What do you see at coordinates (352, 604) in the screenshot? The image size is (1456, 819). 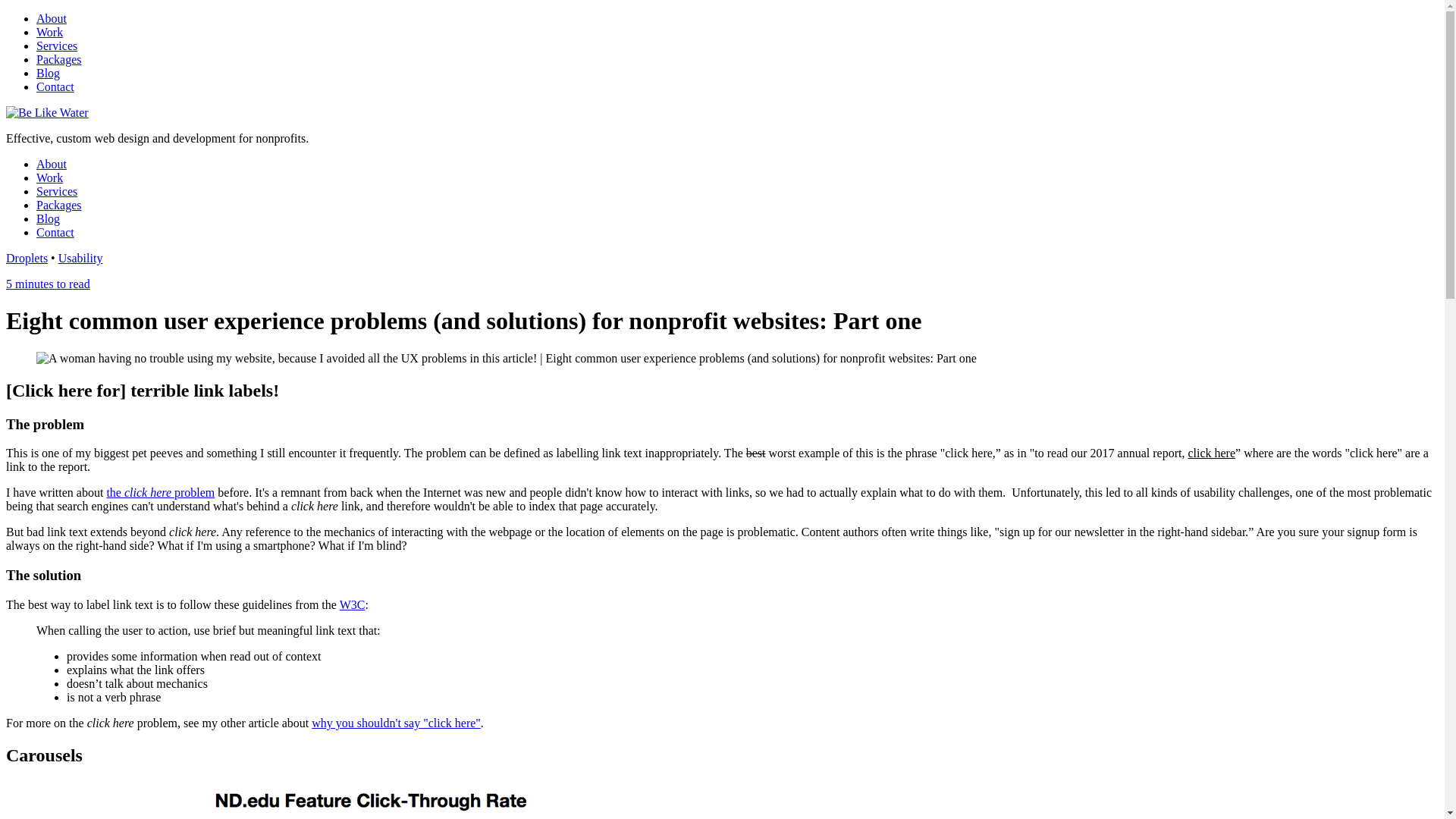 I see `'W3C'` at bounding box center [352, 604].